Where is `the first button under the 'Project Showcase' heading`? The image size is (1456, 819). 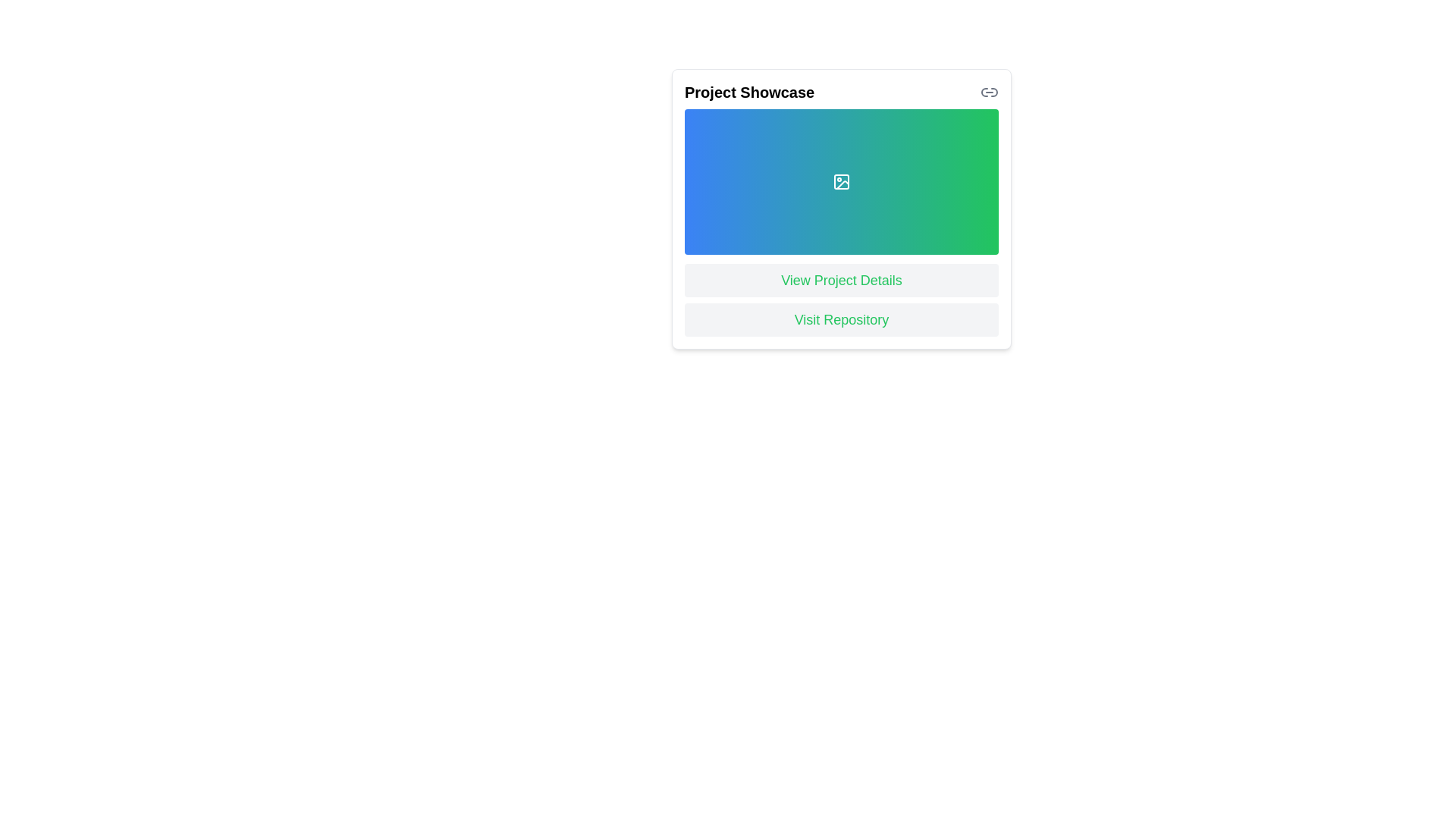
the first button under the 'Project Showcase' heading is located at coordinates (840, 281).